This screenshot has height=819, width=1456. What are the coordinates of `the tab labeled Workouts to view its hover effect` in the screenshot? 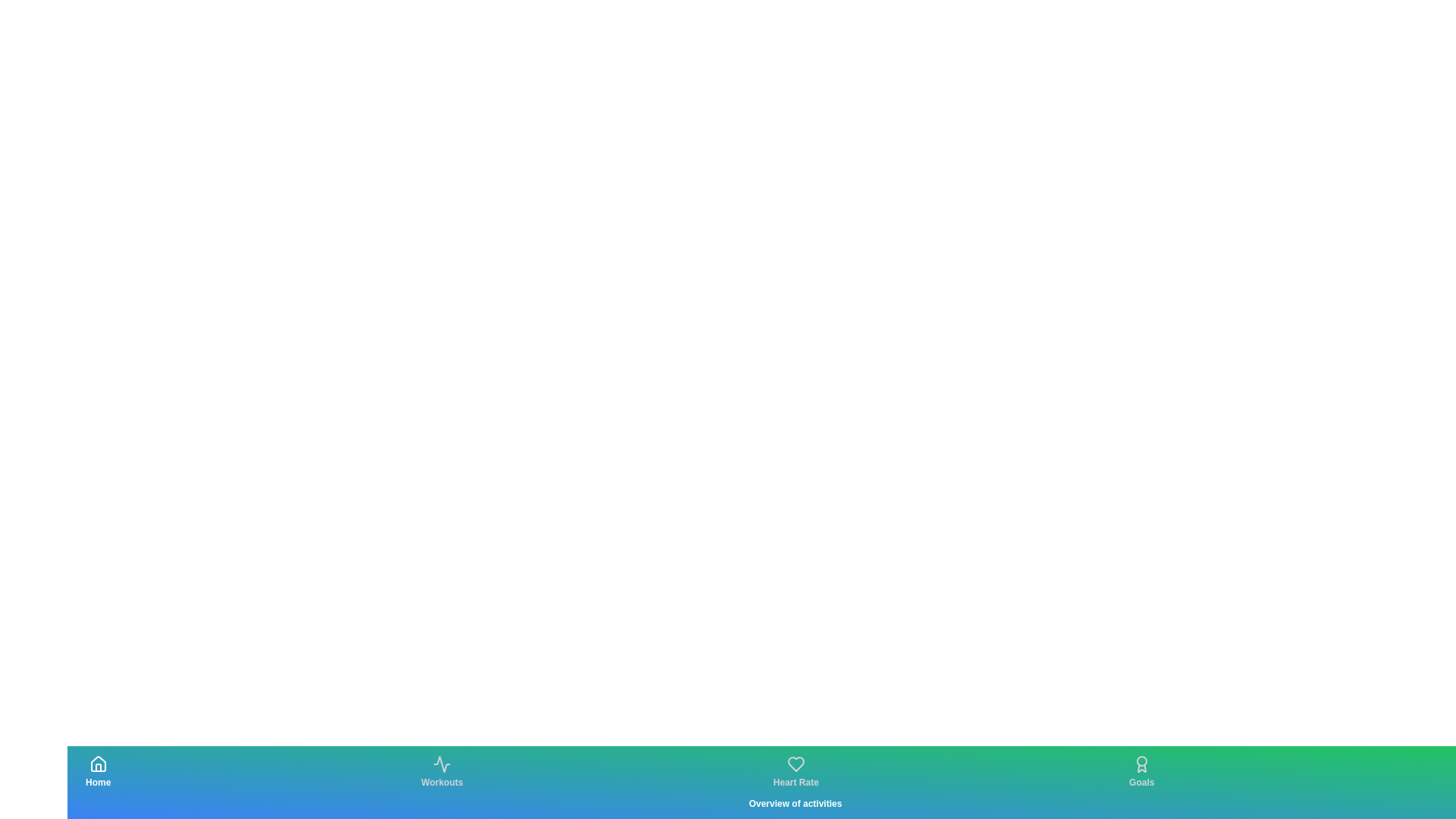 It's located at (441, 772).